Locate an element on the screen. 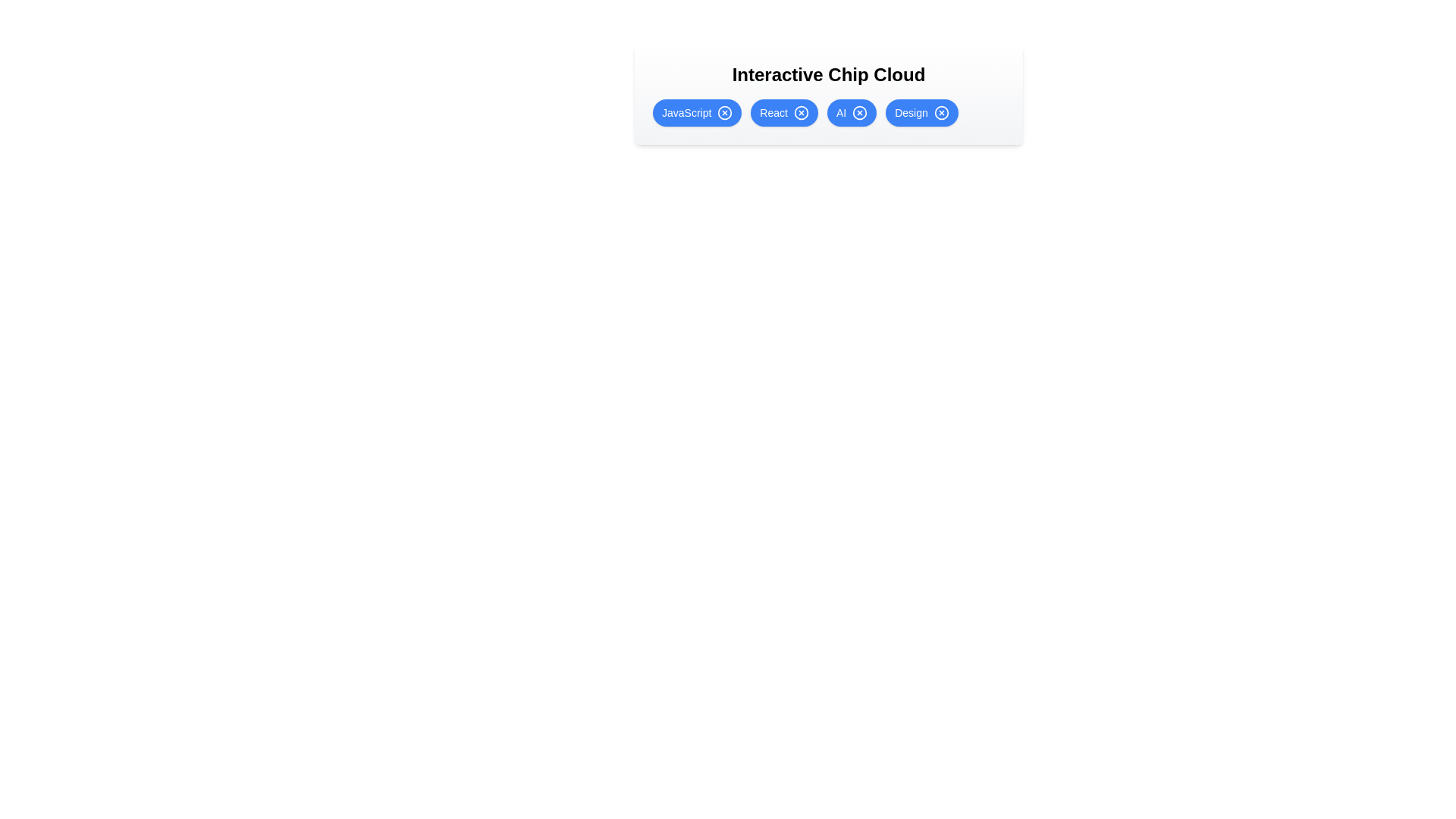  the chip labeled React to observe the hover effect is located at coordinates (784, 112).